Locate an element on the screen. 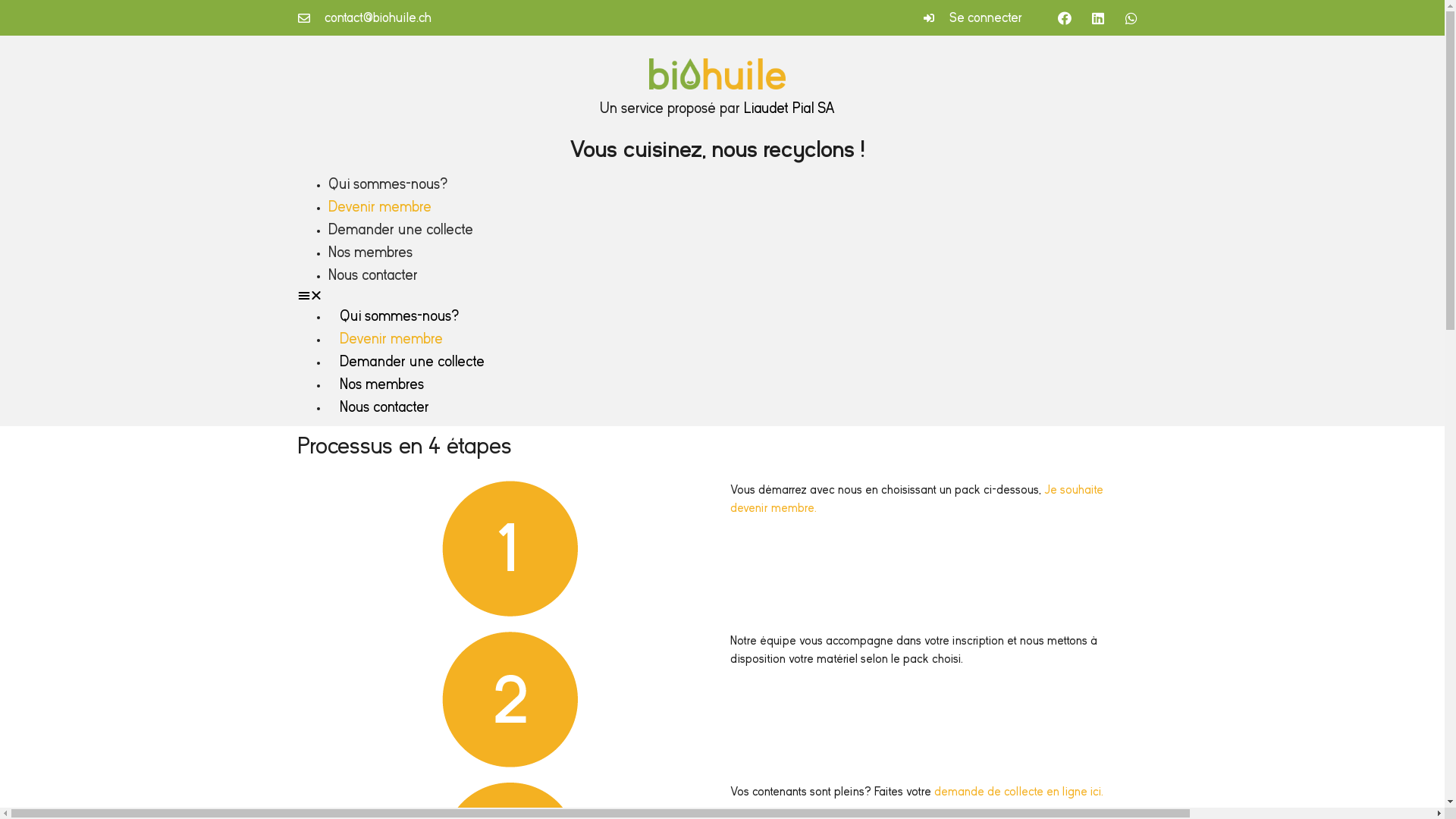 This screenshot has height=819, width=1456. 'Demander une collecte' is located at coordinates (400, 229).